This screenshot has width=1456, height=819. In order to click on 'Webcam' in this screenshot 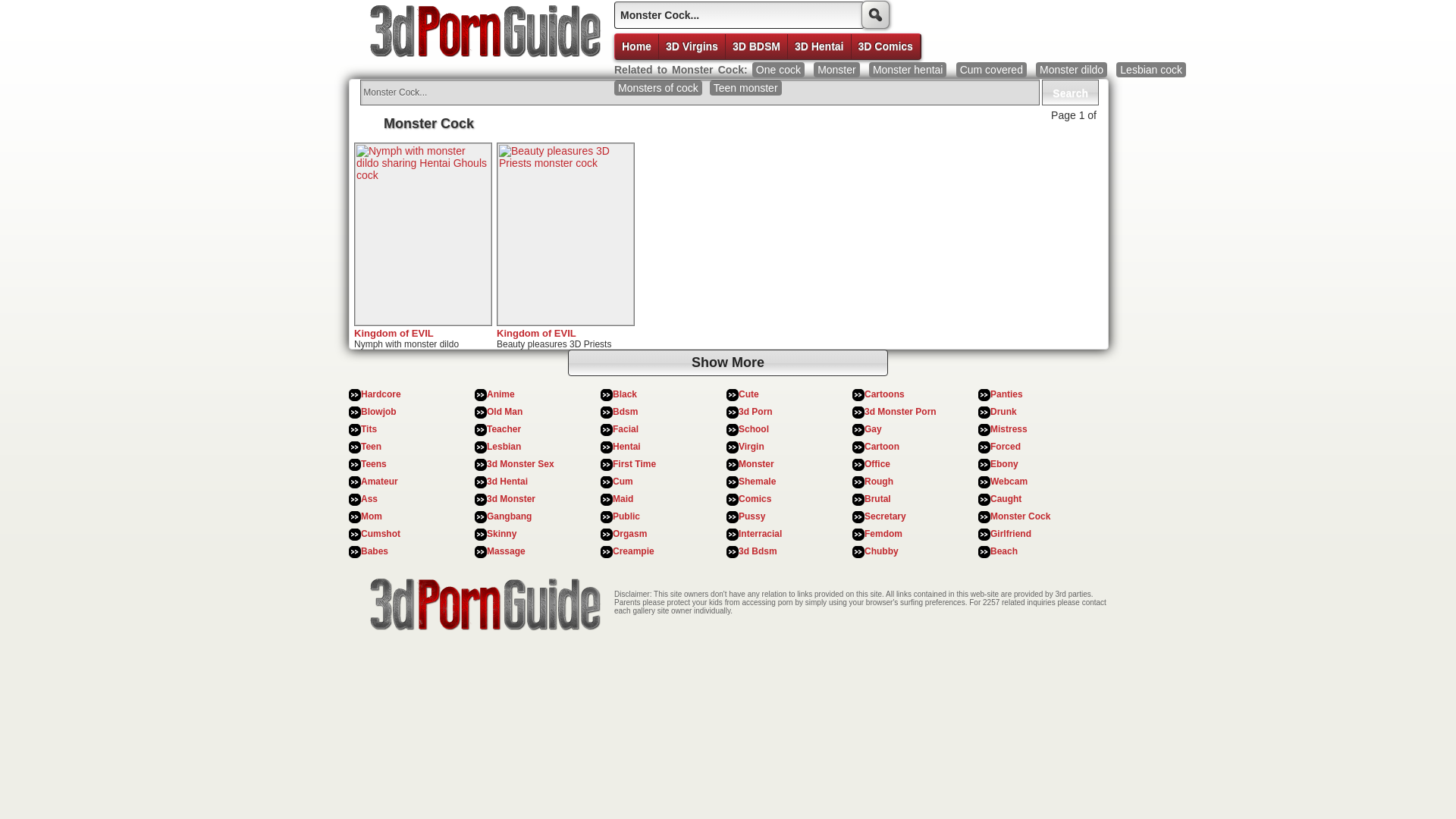, I will do `click(990, 482)`.